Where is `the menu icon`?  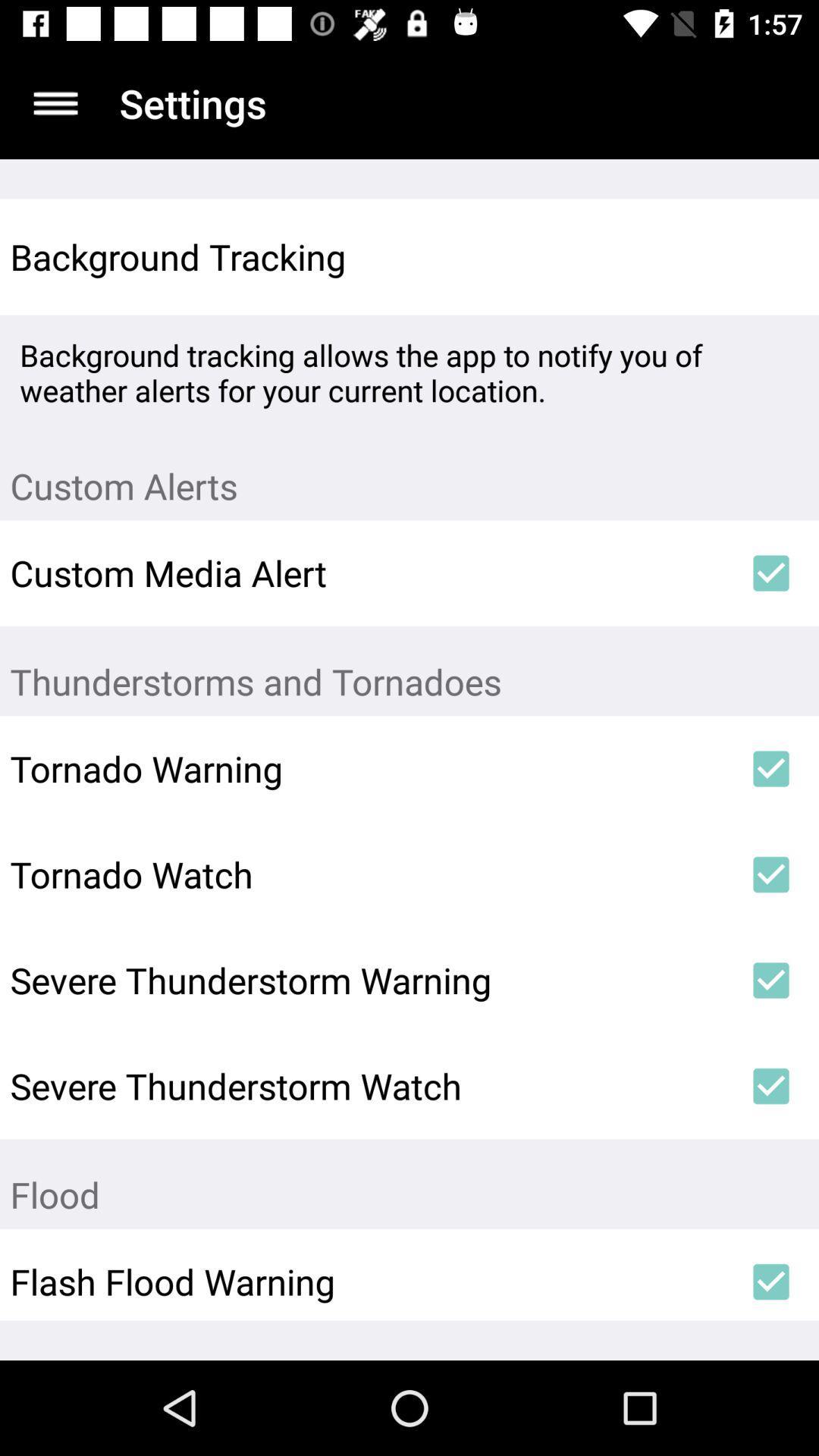
the menu icon is located at coordinates (55, 102).